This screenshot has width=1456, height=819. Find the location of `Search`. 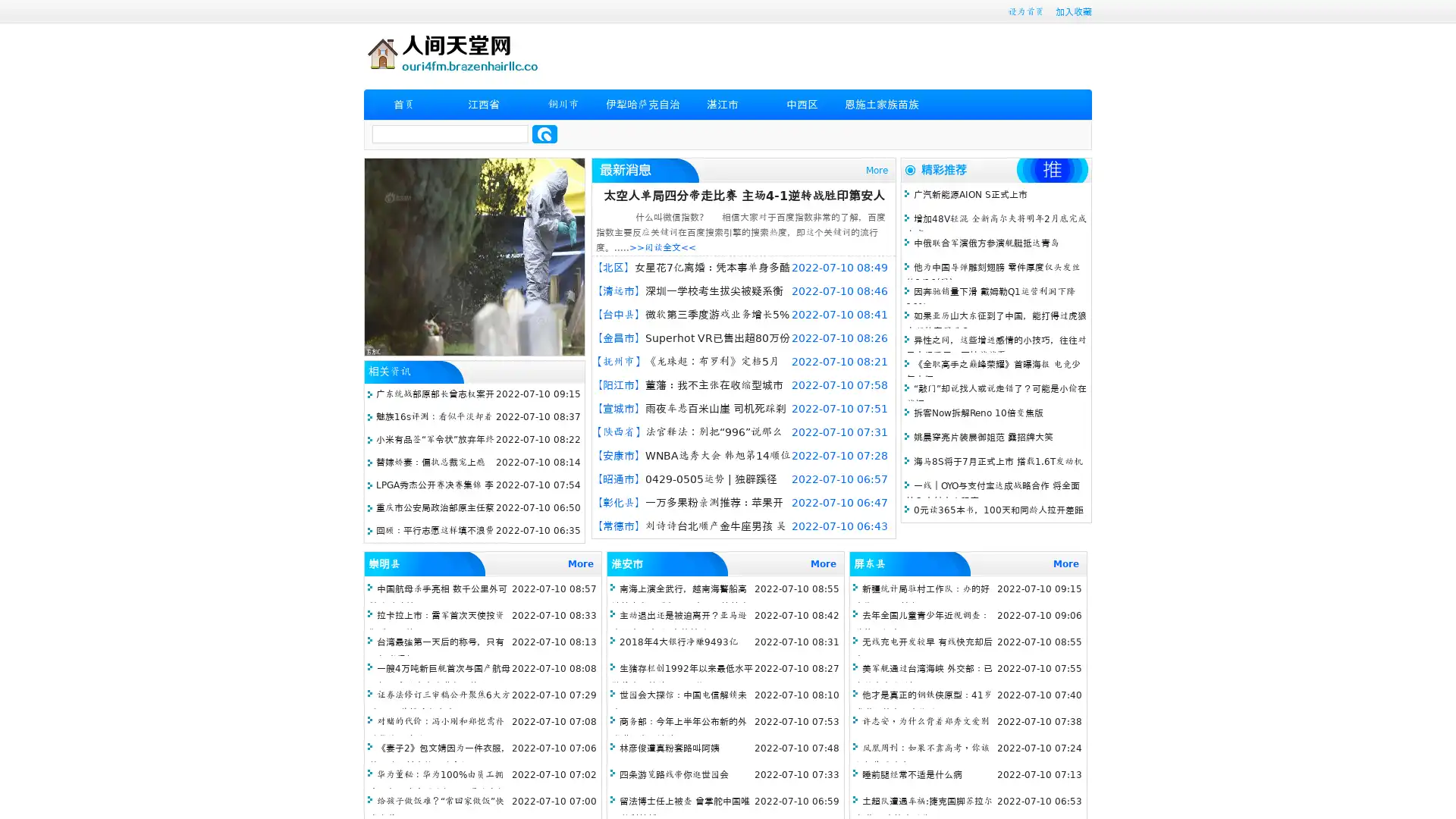

Search is located at coordinates (544, 133).